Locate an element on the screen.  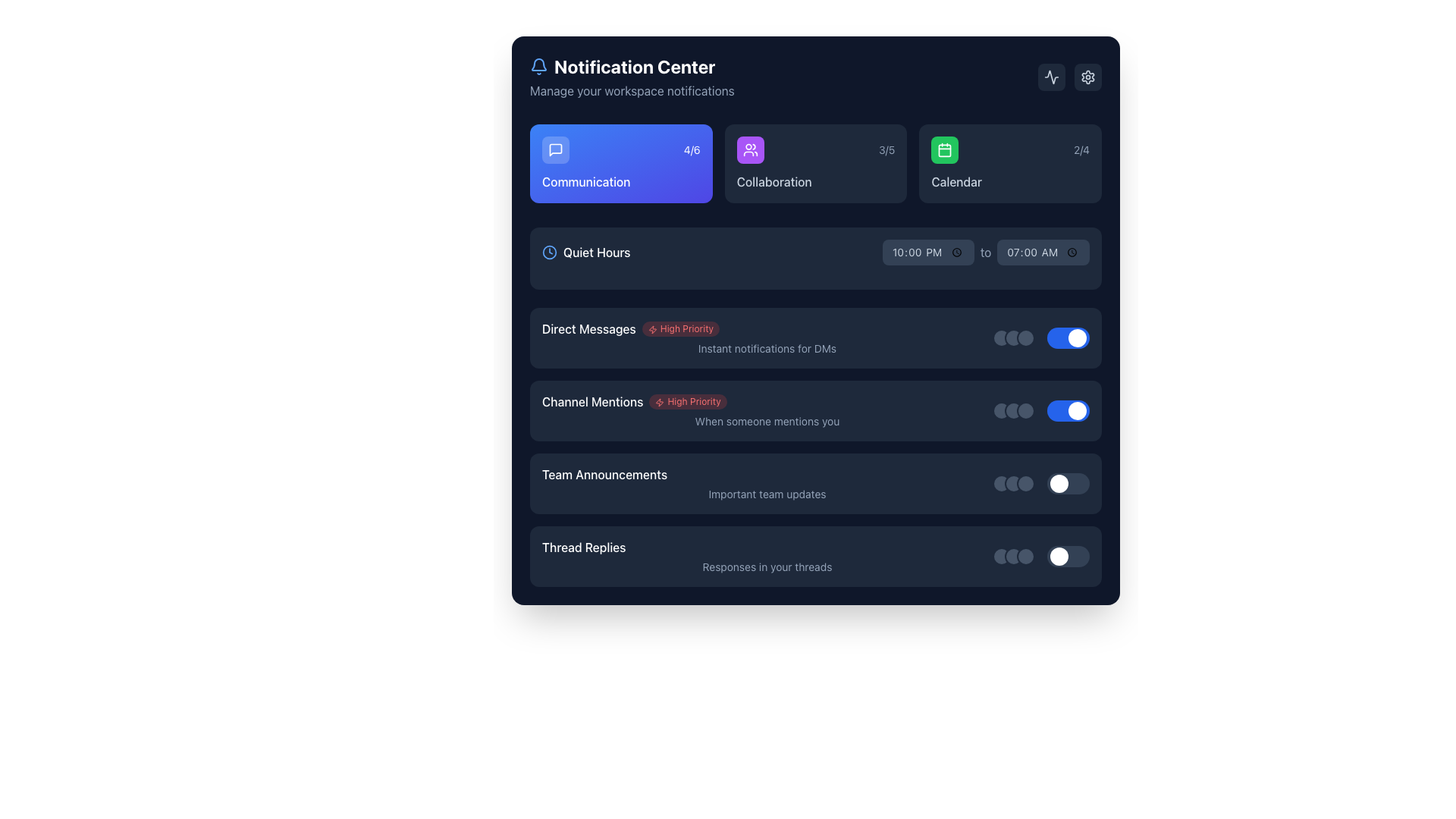
the toggle switch in the Notification Setting Card is located at coordinates (814, 411).